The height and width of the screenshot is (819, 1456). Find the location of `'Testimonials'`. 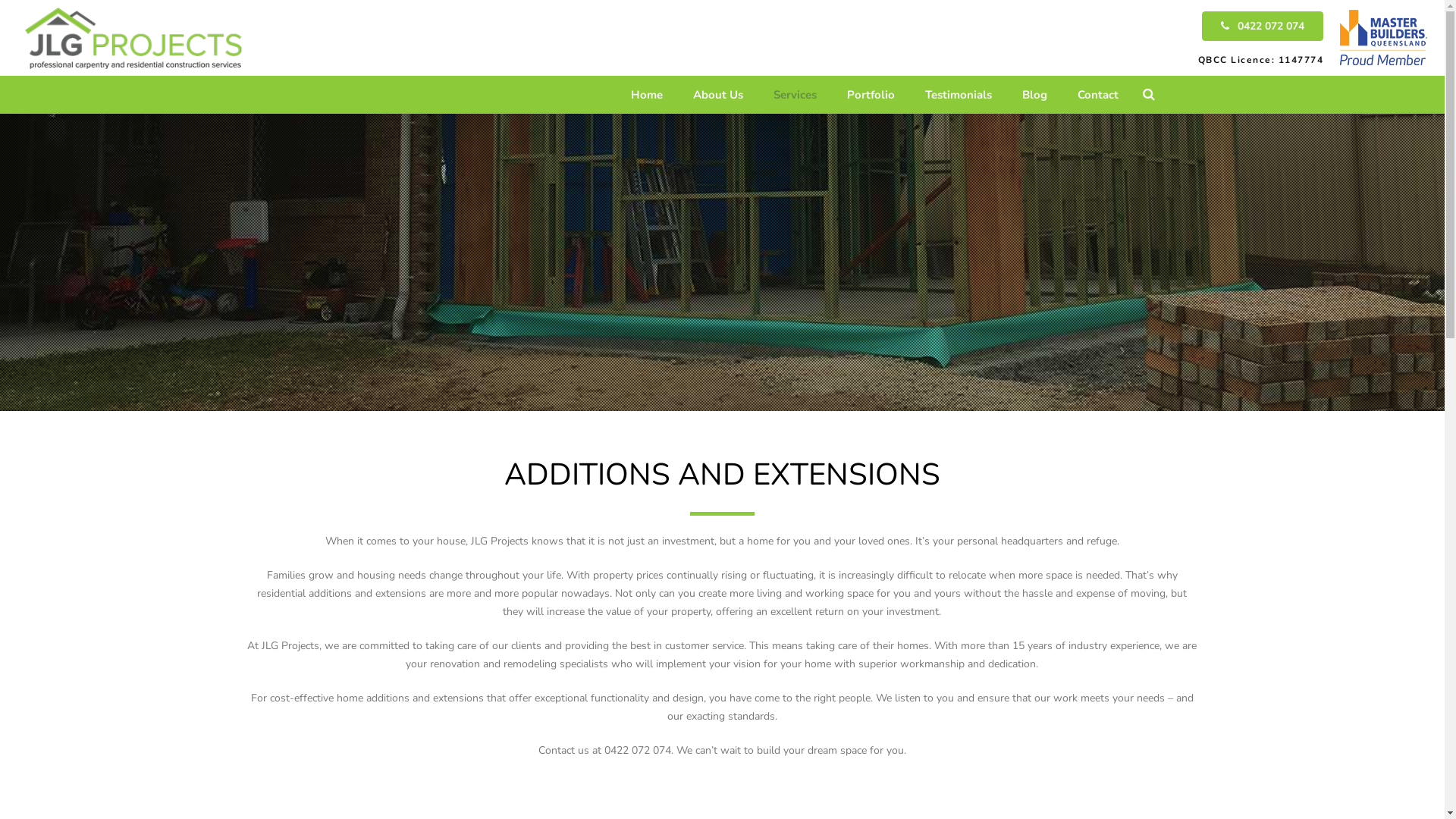

'Testimonials' is located at coordinates (957, 94).